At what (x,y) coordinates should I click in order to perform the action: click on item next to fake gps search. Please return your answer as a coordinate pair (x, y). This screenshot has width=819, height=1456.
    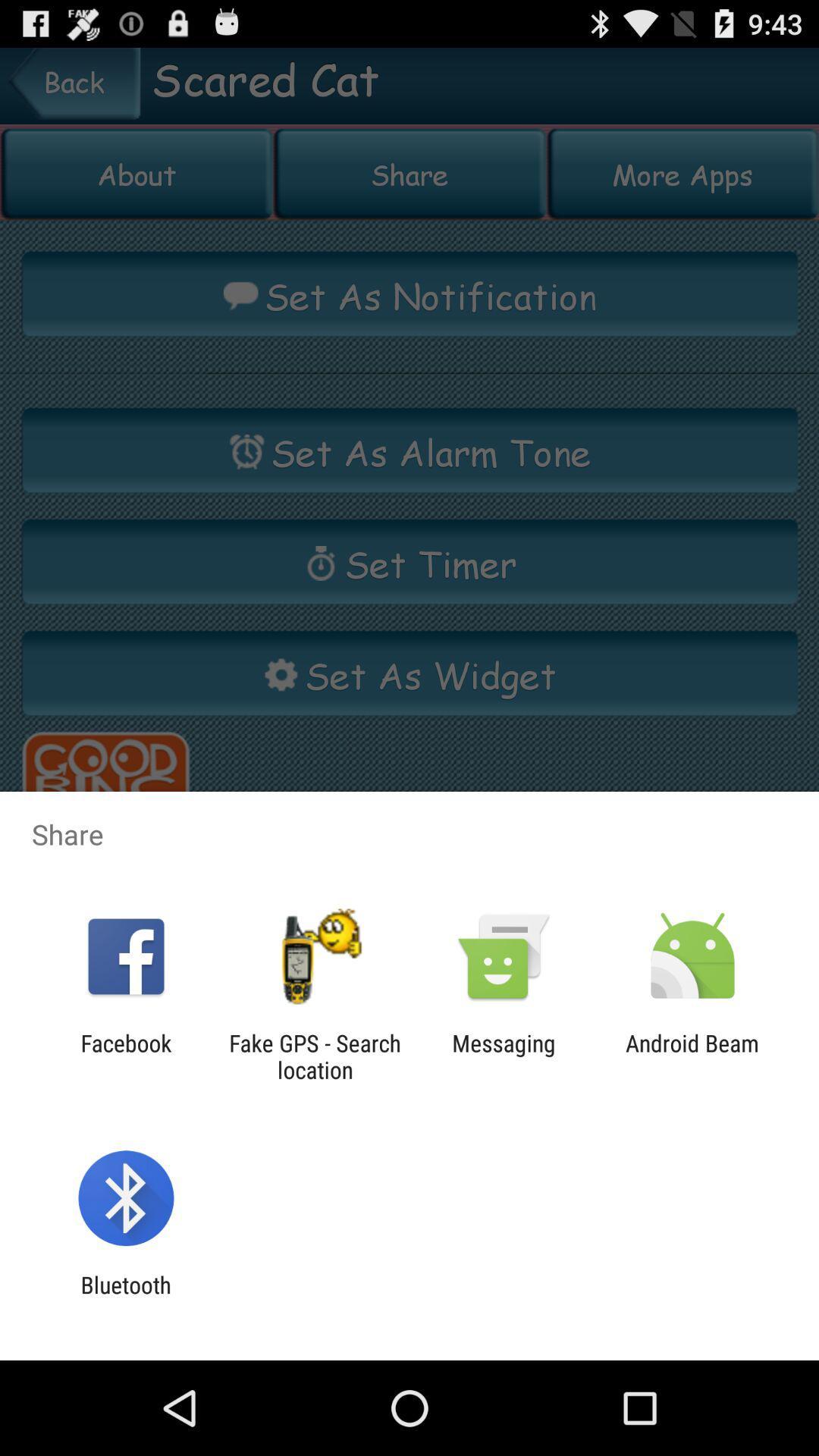
    Looking at the image, I should click on (504, 1056).